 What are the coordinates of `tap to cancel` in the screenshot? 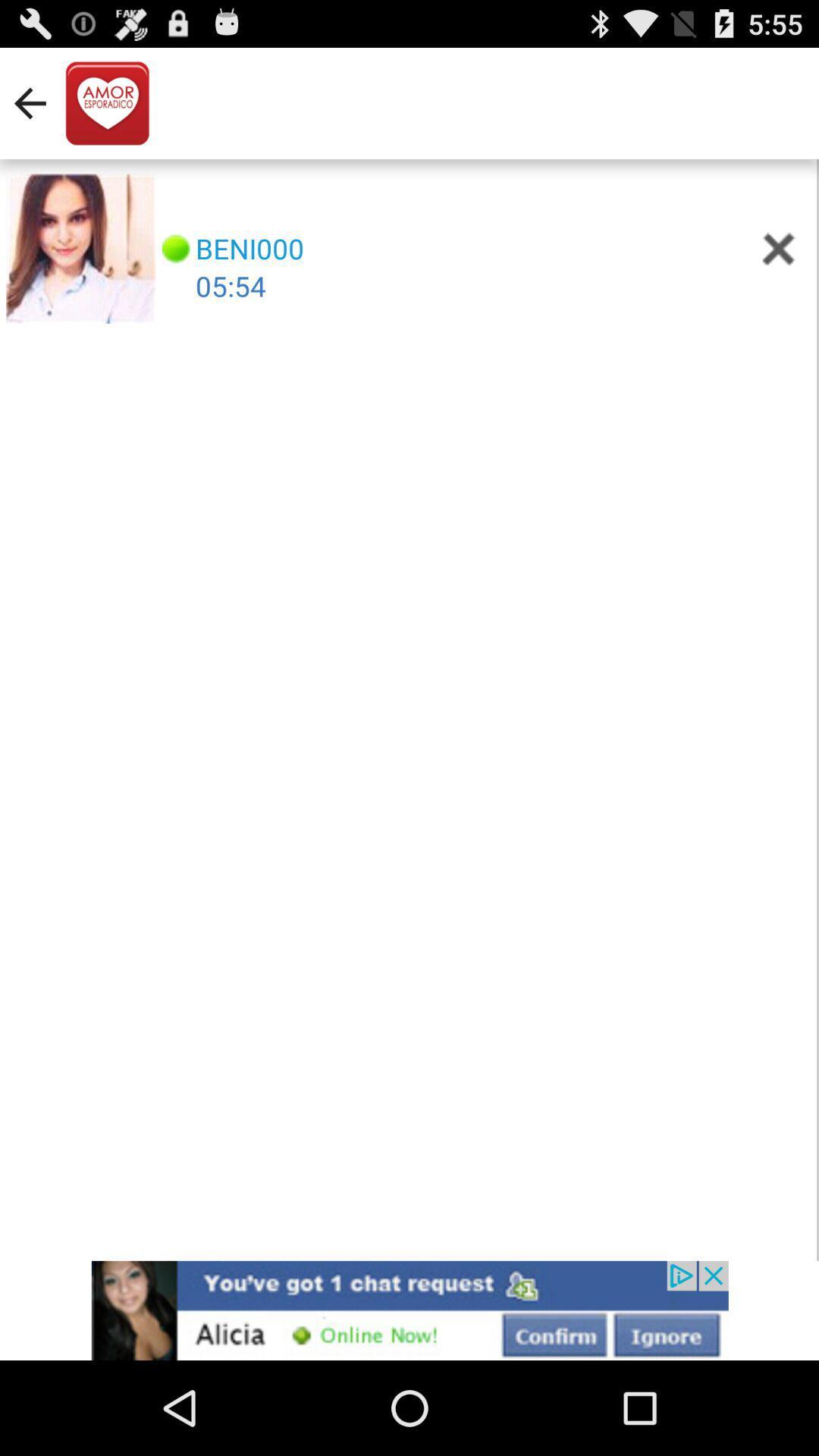 It's located at (779, 249).